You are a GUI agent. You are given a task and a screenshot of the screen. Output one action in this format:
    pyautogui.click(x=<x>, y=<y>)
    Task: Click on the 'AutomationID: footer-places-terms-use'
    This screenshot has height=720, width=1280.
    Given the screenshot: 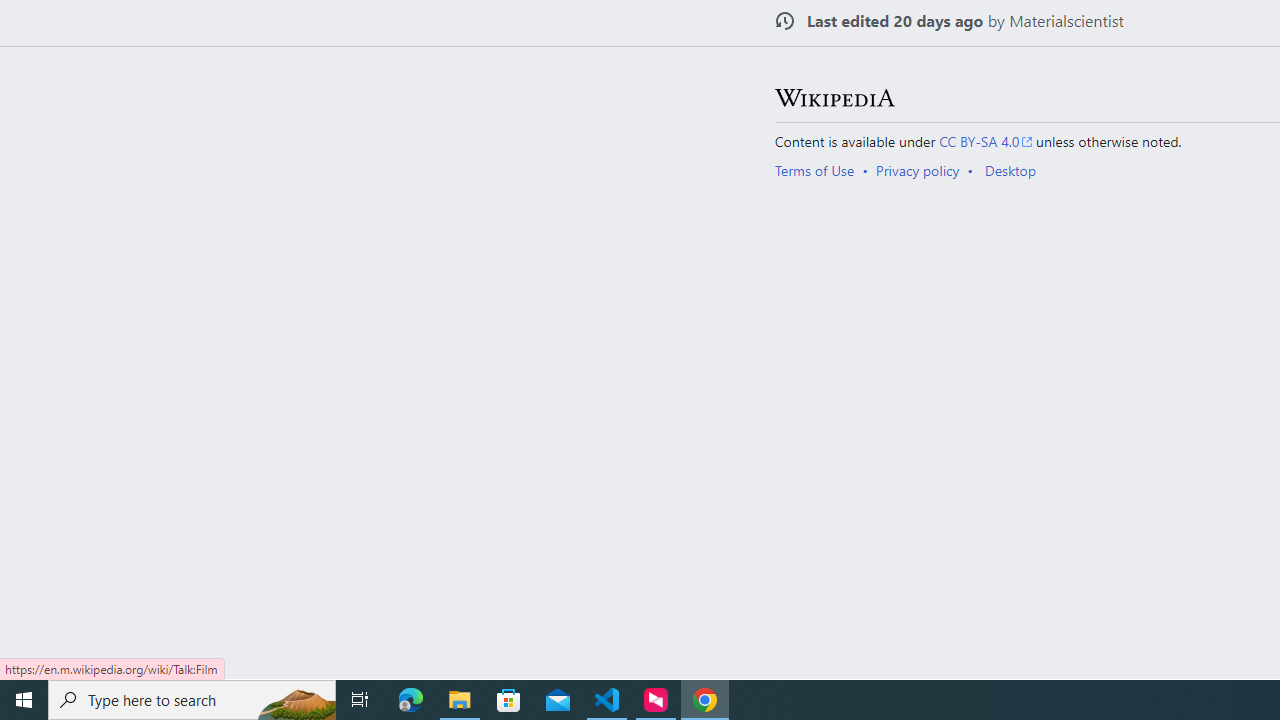 What is the action you would take?
    pyautogui.click(x=821, y=169)
    